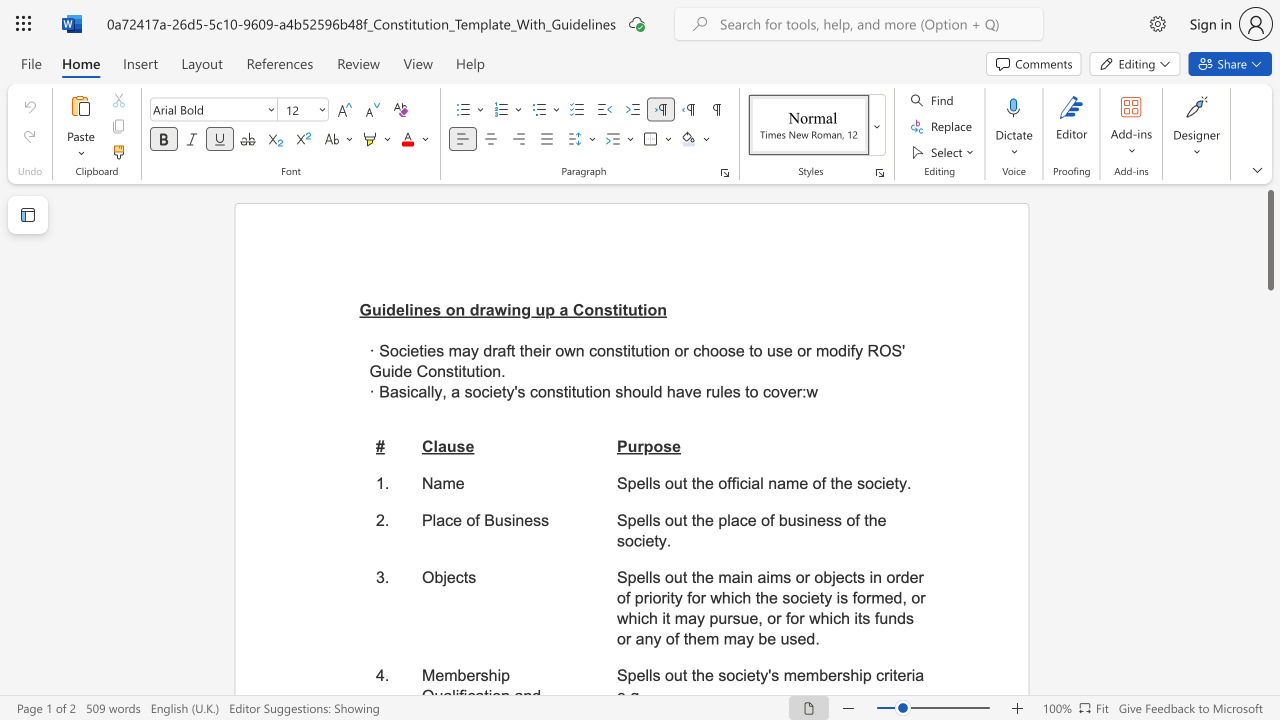 The height and width of the screenshot is (720, 1280). I want to click on the scrollbar on the side, so click(1269, 450).